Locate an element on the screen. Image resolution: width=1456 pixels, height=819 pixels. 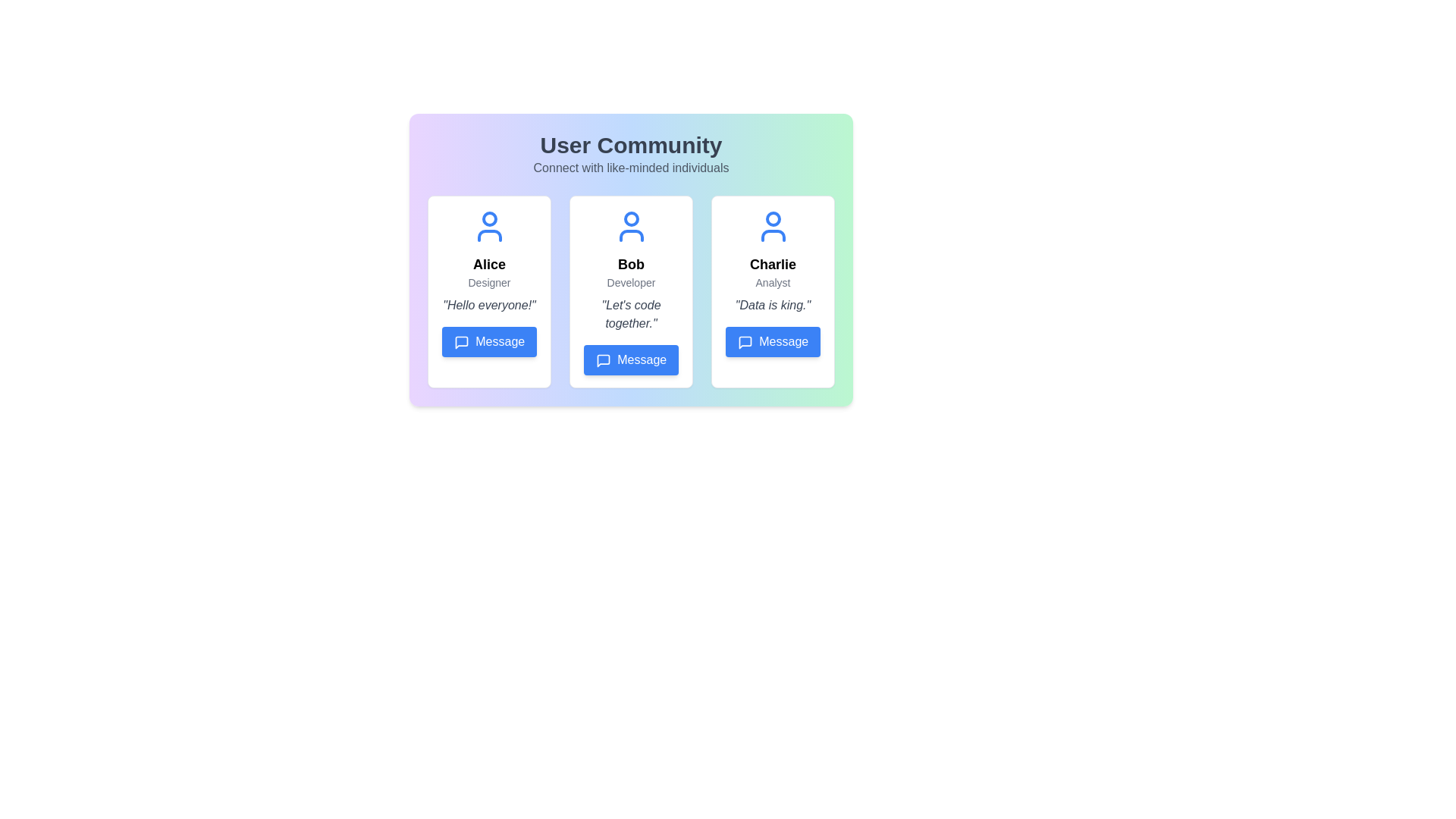
the SVG Icon representing the user 'Bob', which serves as the visual header for the content block is located at coordinates (631, 227).